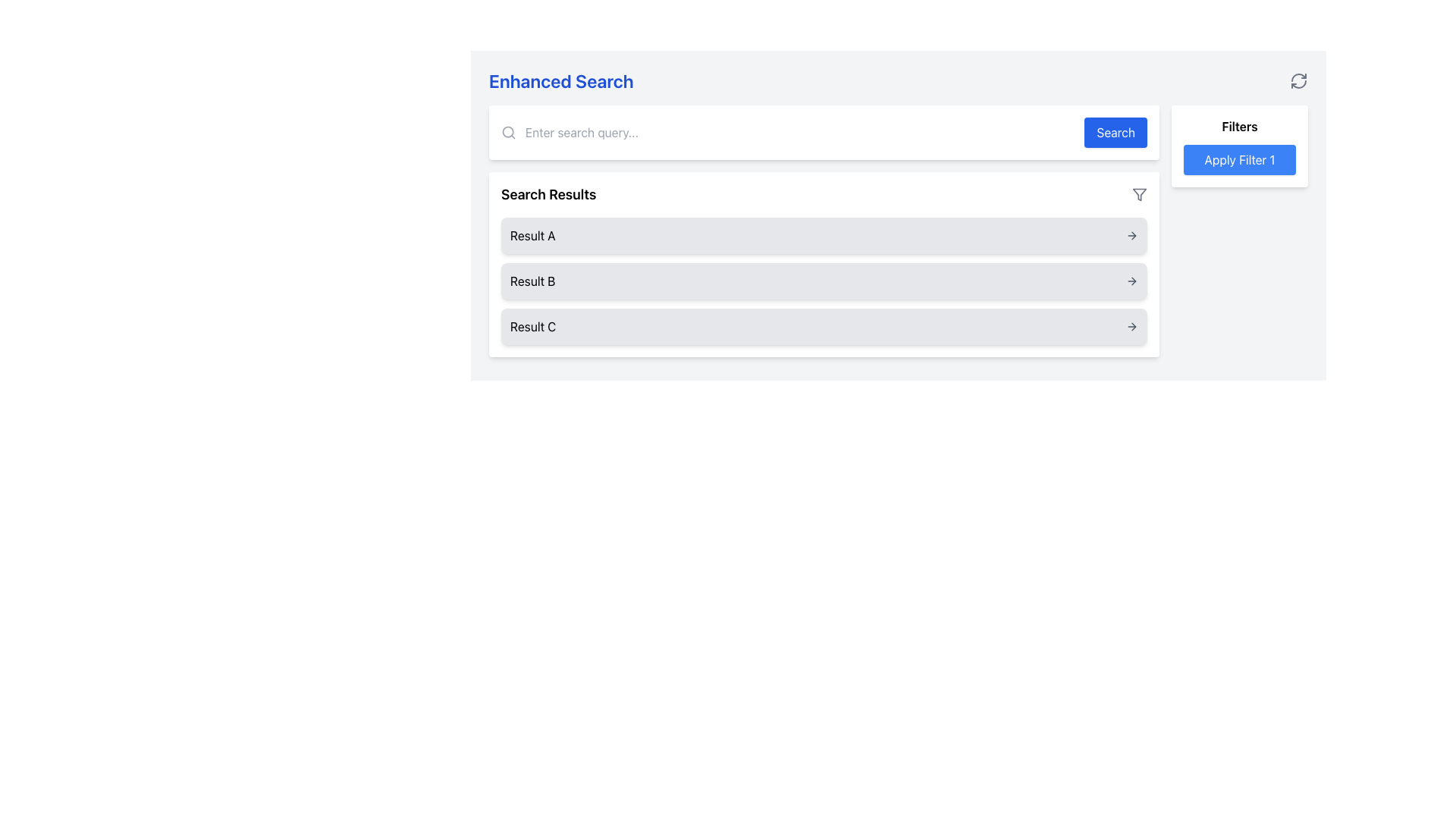  I want to click on the rightward-pointing arrow icon adjacent to the text 'Result C', so click(1131, 326).